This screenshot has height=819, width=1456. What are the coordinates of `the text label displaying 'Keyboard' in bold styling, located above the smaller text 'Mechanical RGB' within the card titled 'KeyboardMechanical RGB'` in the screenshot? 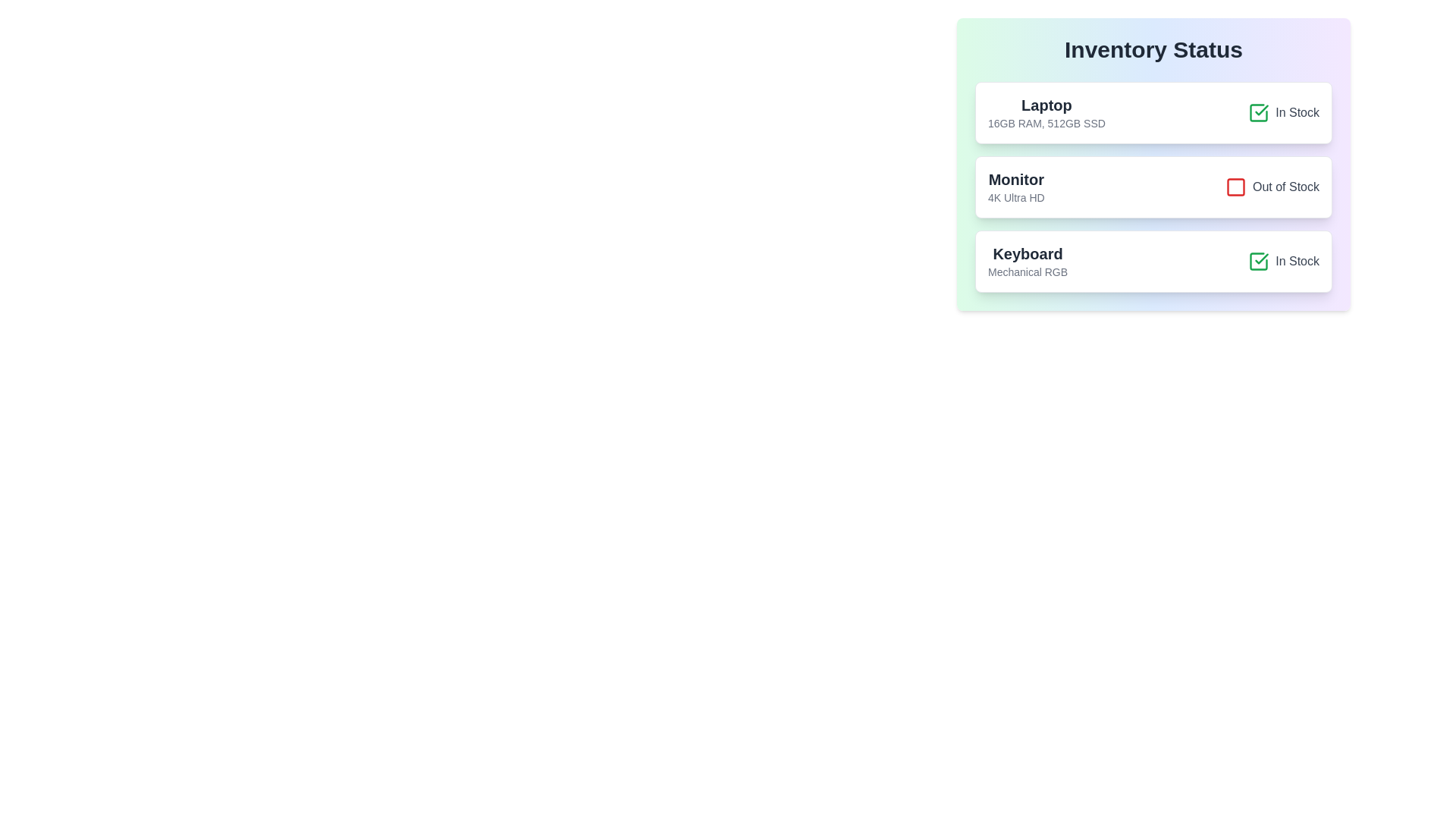 It's located at (1028, 253).